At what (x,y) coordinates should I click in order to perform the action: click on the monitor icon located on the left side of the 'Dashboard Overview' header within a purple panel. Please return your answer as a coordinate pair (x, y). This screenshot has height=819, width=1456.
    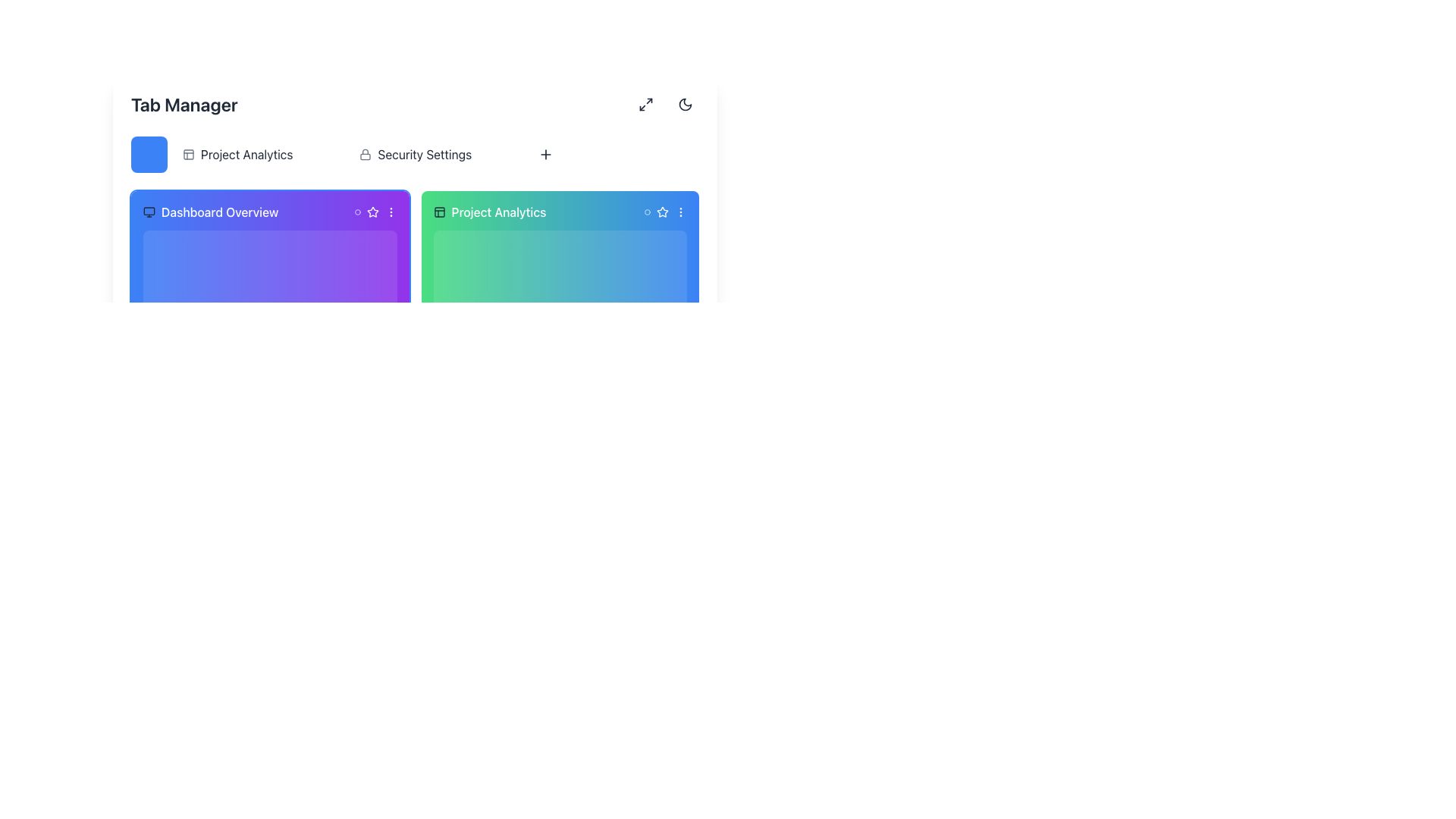
    Looking at the image, I should click on (149, 212).